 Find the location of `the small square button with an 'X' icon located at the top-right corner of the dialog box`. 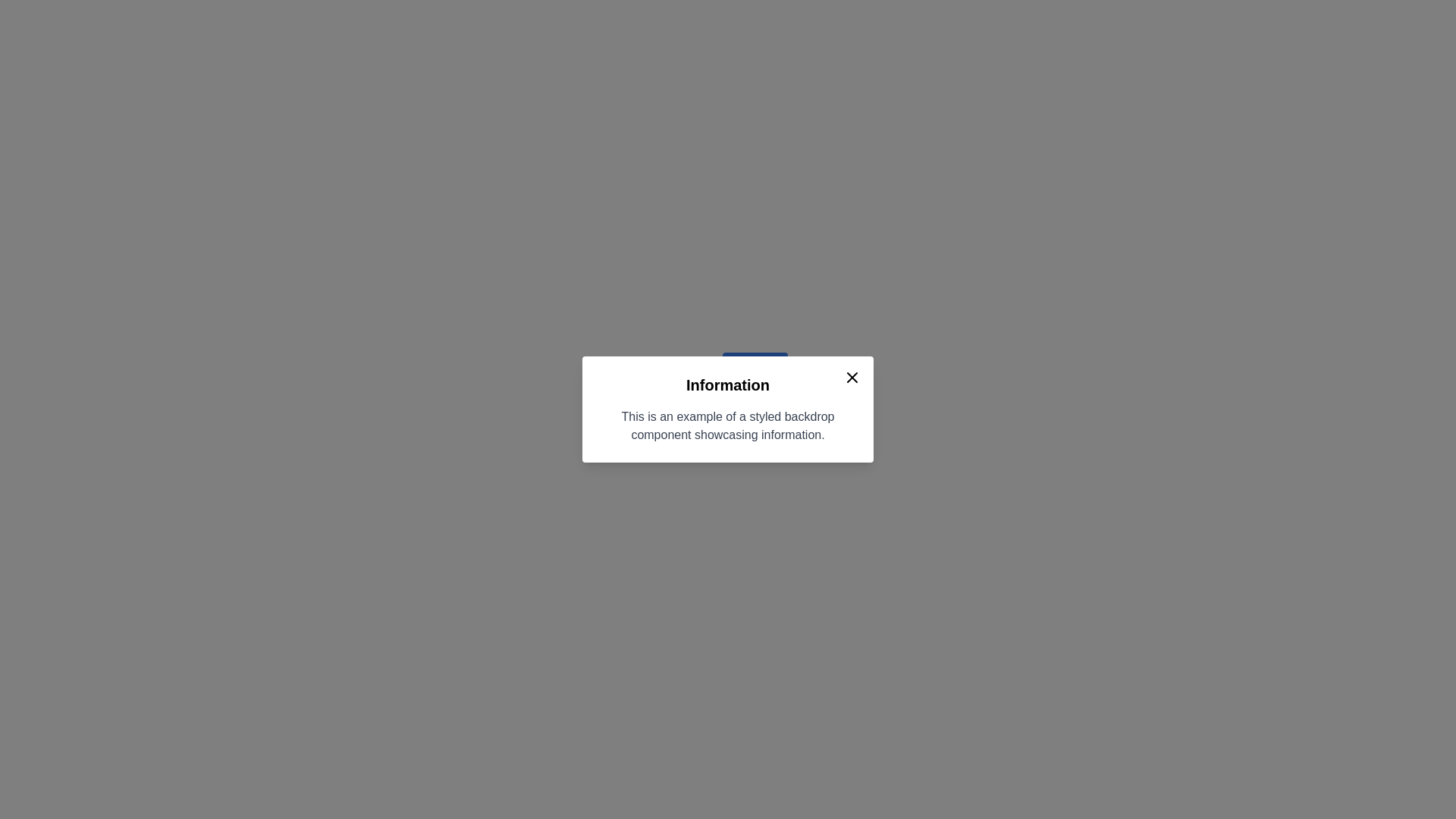

the small square button with an 'X' icon located at the top-right corner of the dialog box is located at coordinates (852, 376).